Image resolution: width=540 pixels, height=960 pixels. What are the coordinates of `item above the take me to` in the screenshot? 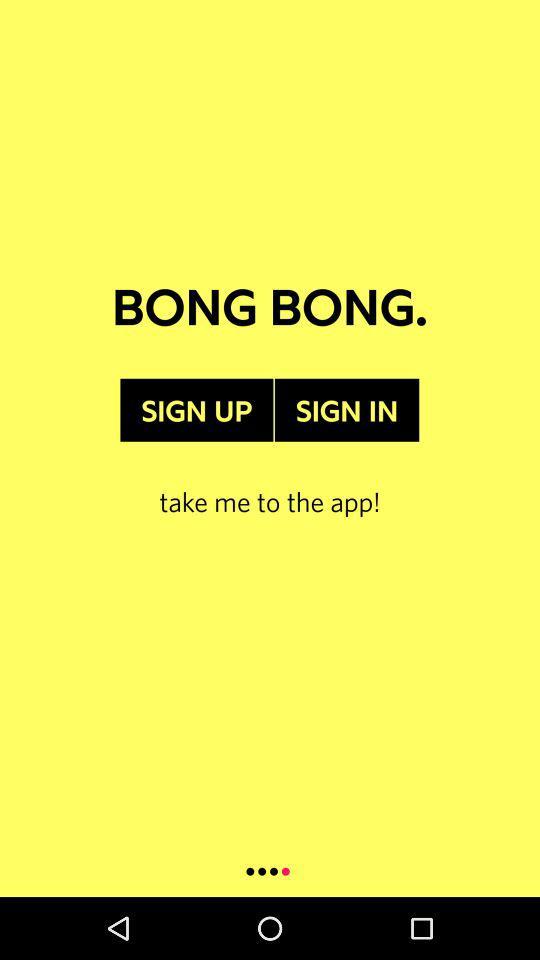 It's located at (346, 409).